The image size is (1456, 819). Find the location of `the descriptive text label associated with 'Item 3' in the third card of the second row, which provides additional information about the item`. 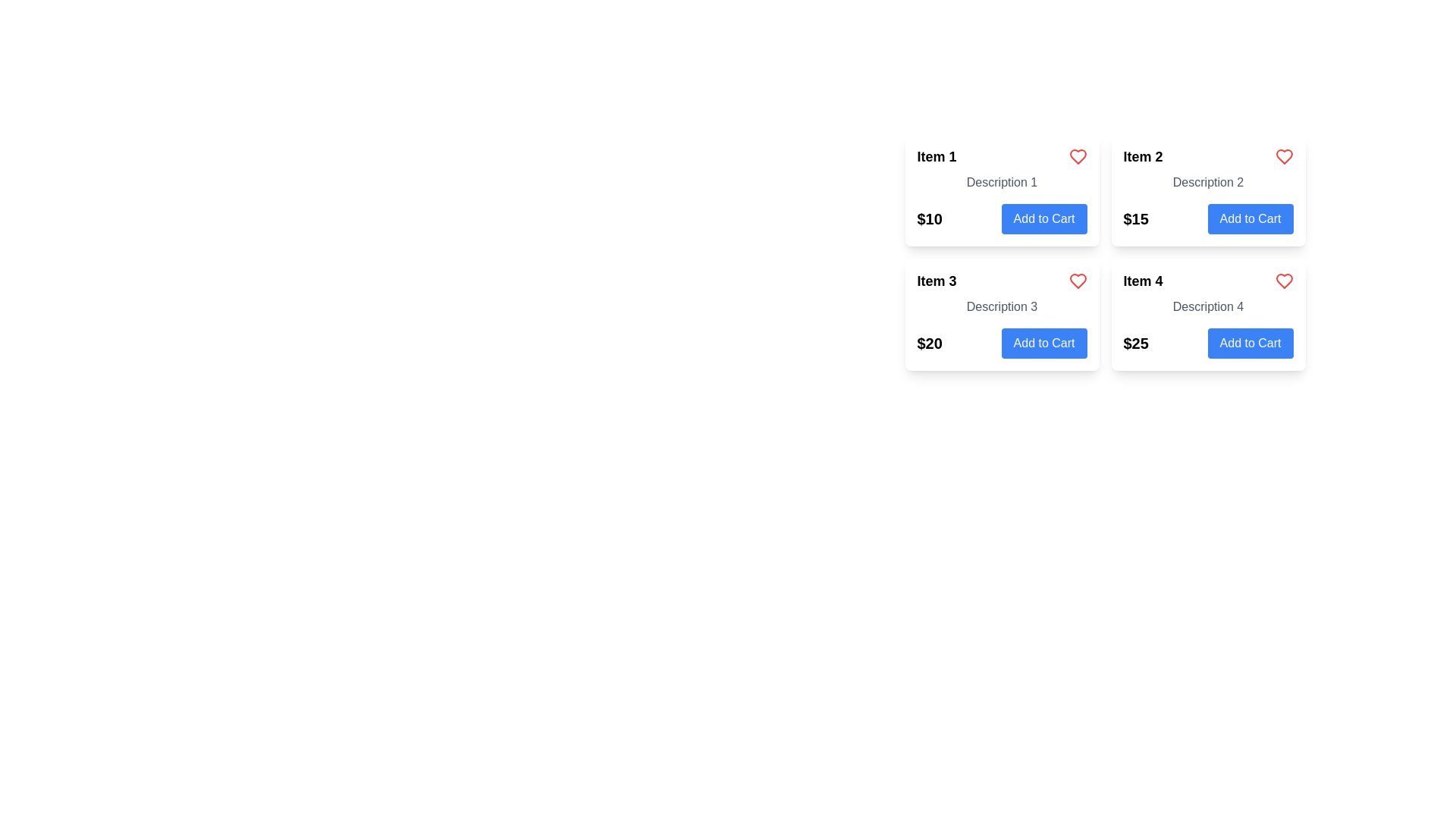

the descriptive text label associated with 'Item 3' in the third card of the second row, which provides additional information about the item is located at coordinates (1002, 307).